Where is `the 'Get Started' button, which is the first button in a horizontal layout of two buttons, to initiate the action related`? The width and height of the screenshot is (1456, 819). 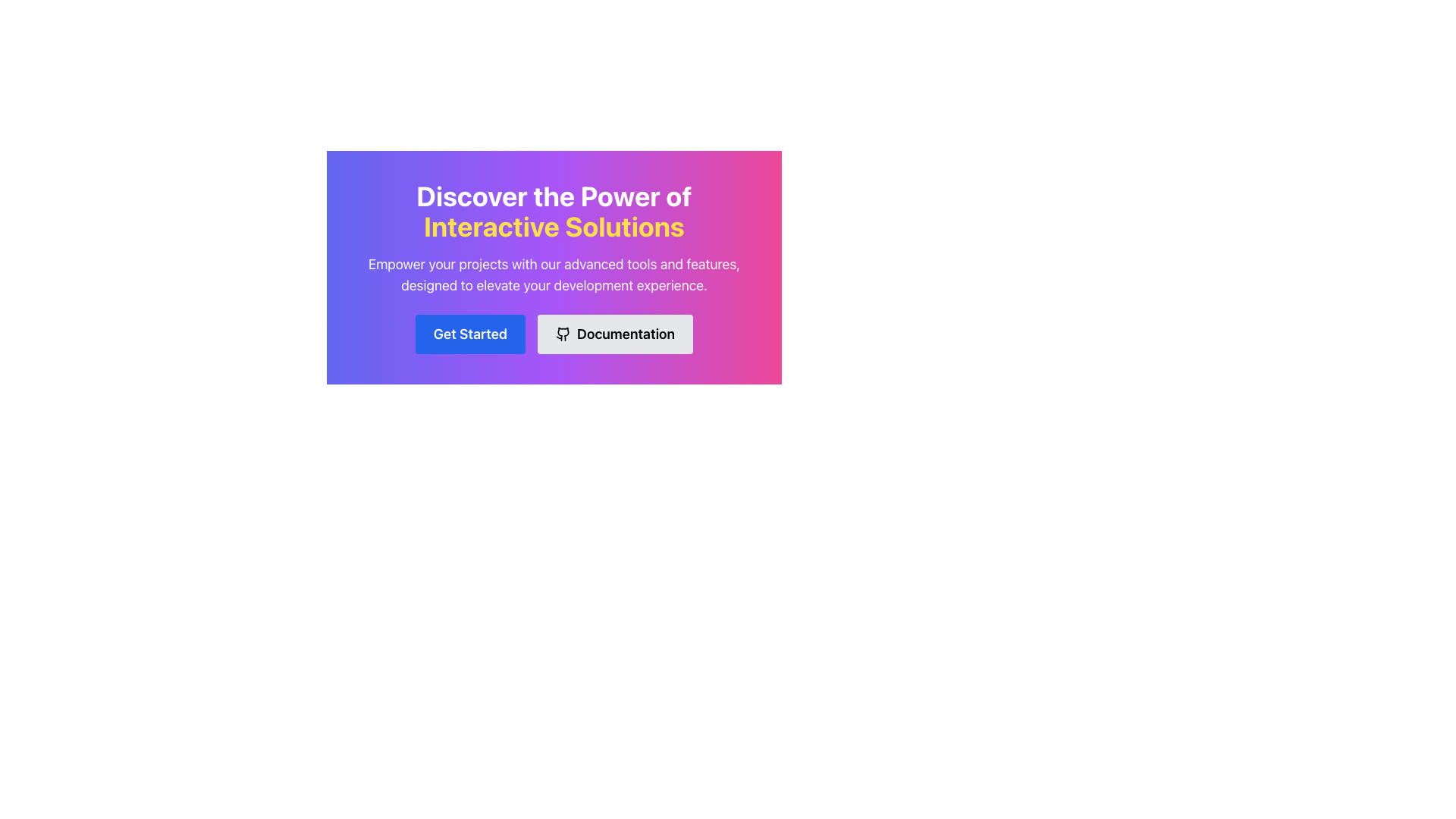 the 'Get Started' button, which is the first button in a horizontal layout of two buttons, to initiate the action related is located at coordinates (469, 333).